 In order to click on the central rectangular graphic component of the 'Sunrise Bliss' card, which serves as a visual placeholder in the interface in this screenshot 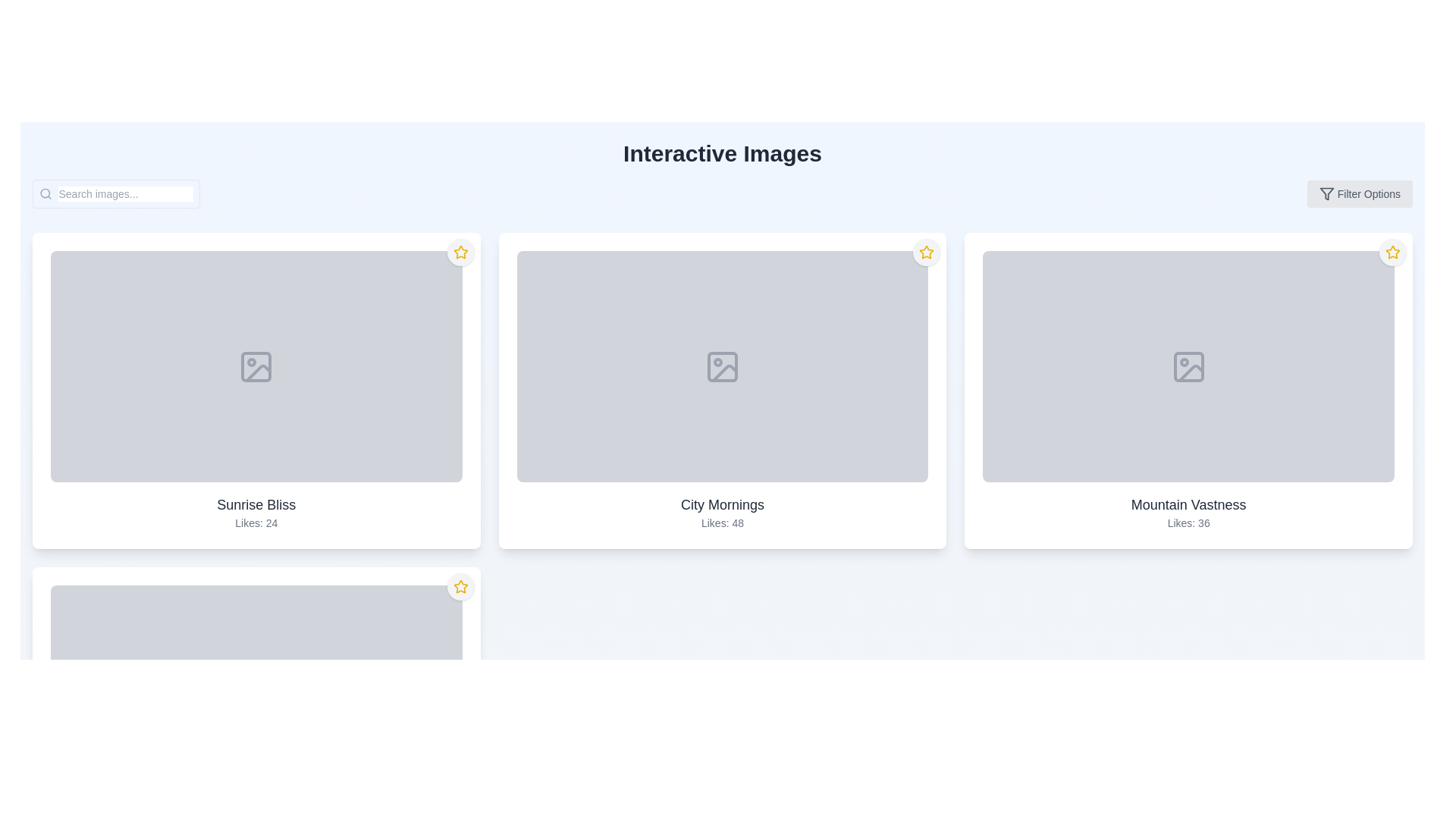, I will do `click(256, 366)`.